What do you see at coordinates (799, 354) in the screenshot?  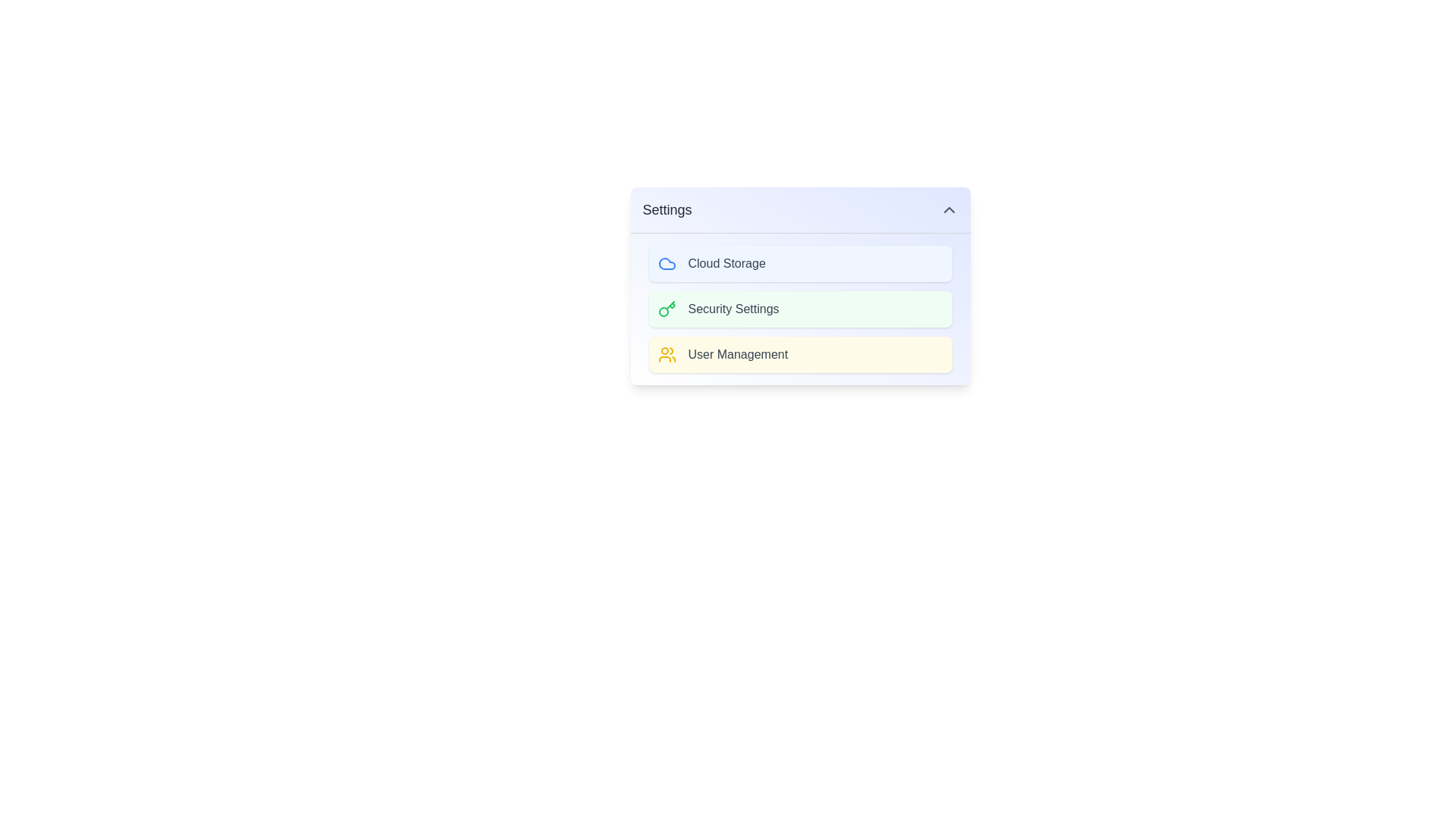 I see `the third list item in the 'Settings' section, which triggers a tooltip display or changes its styling` at bounding box center [799, 354].